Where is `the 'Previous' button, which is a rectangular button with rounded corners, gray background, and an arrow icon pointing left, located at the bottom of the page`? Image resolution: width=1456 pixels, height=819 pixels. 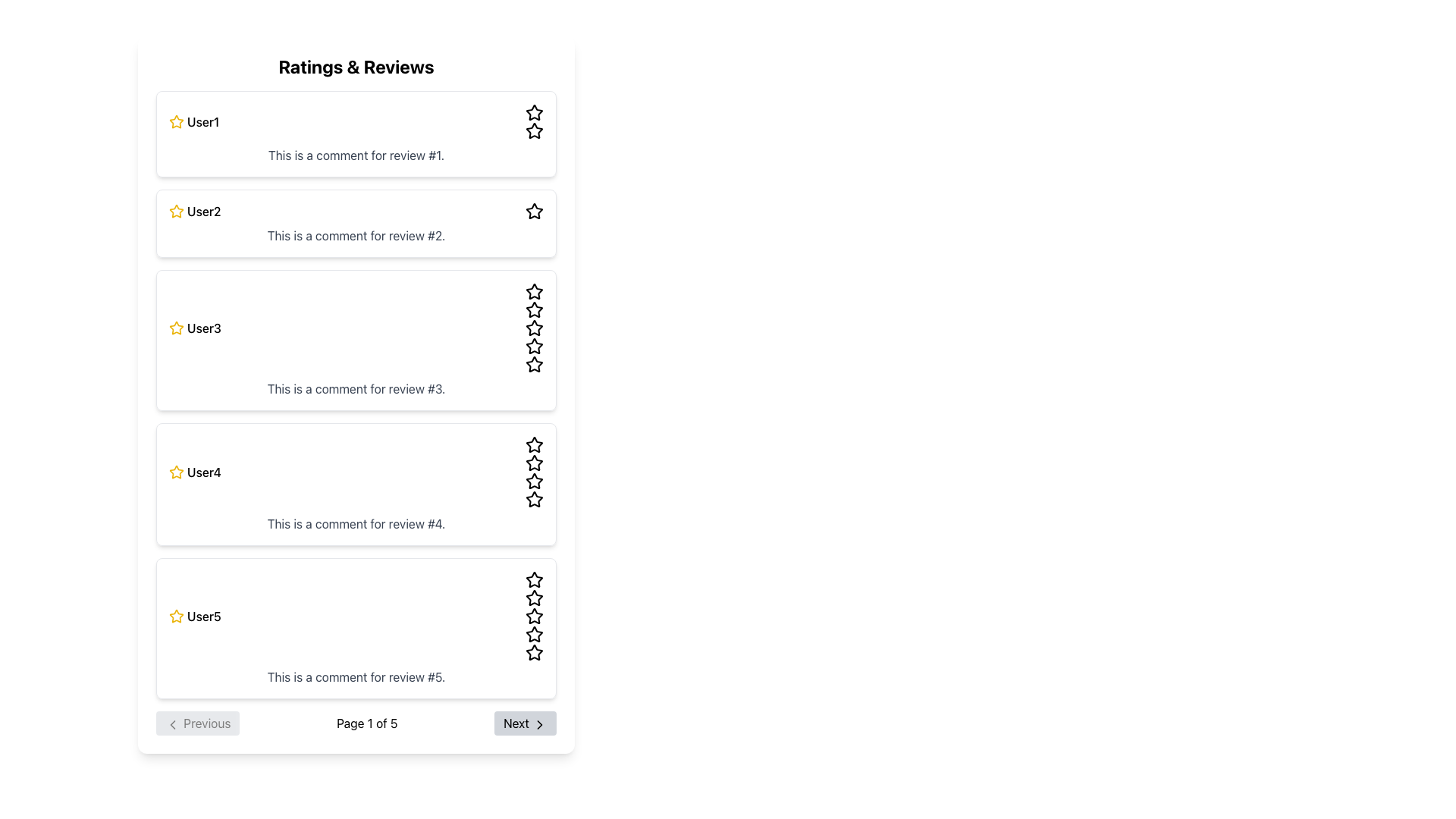
the 'Previous' button, which is a rectangular button with rounded corners, gray background, and an arrow icon pointing left, located at the bottom of the page is located at coordinates (197, 722).